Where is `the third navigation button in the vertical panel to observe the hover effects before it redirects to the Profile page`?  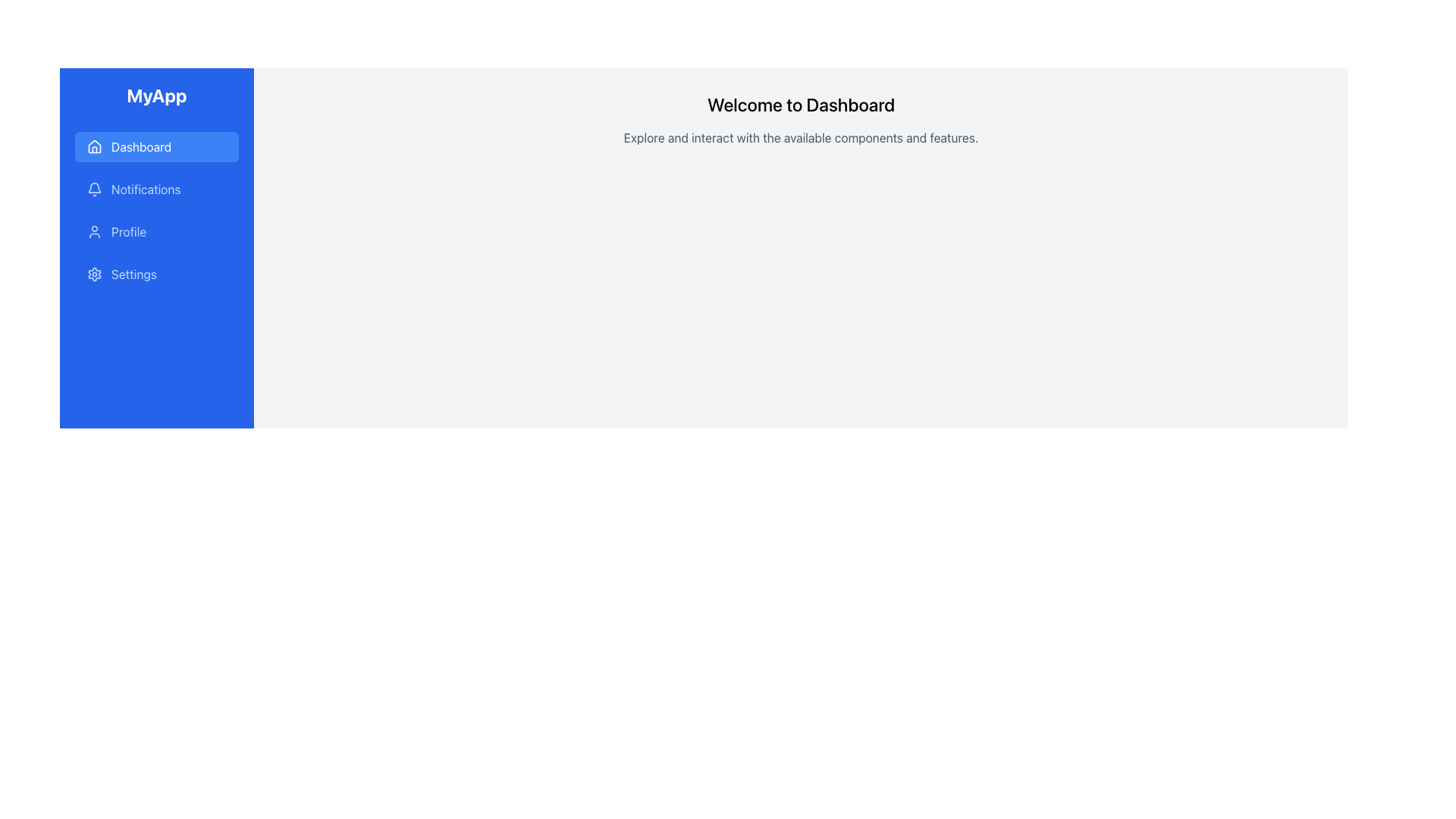 the third navigation button in the vertical panel to observe the hover effects before it redirects to the Profile page is located at coordinates (156, 231).